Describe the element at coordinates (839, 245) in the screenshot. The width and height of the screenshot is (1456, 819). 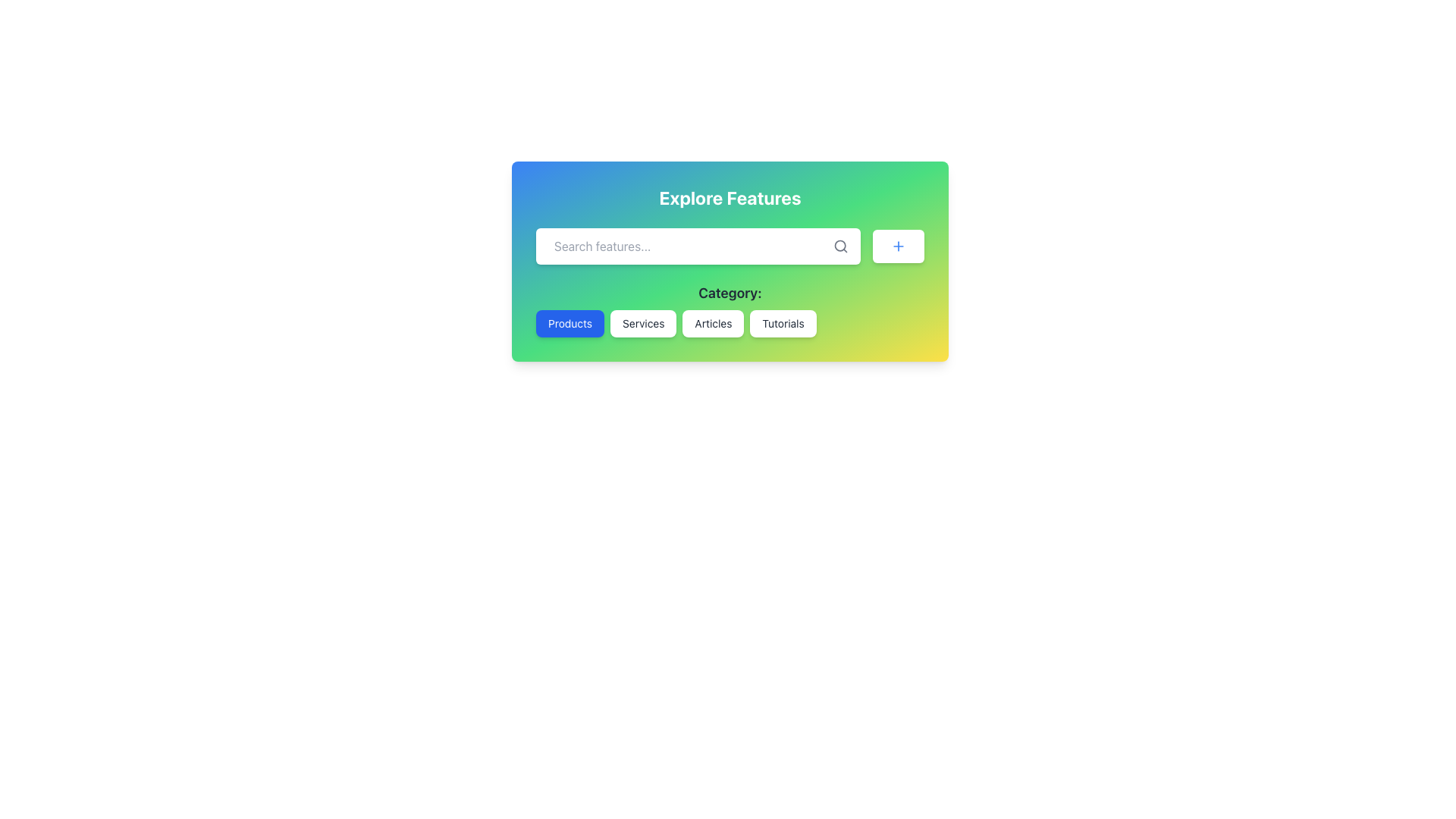
I see `the magnifying glass icon located in the top-right corner of the search input field` at that location.